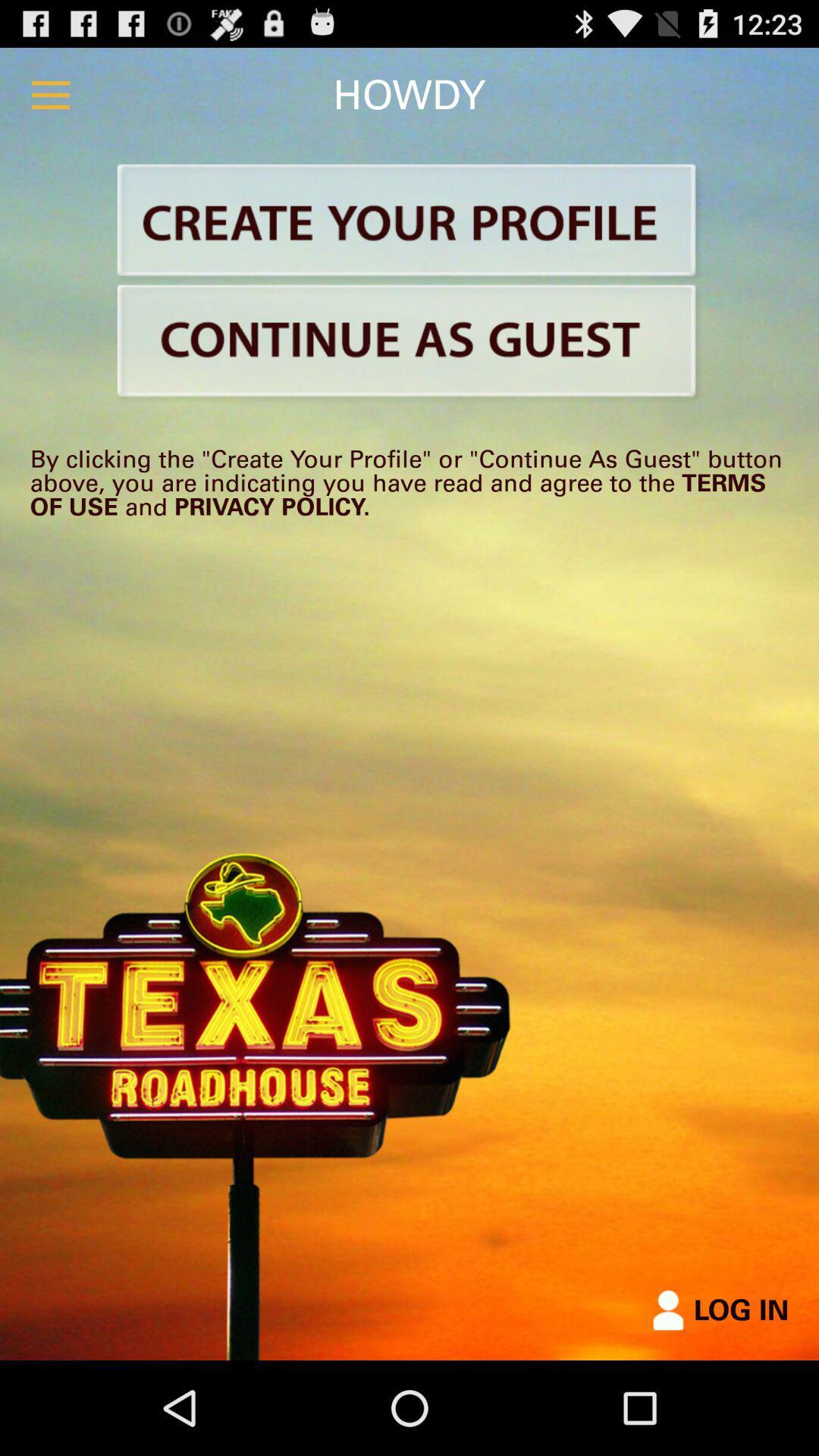 This screenshot has height=1456, width=819. Describe the element at coordinates (409, 222) in the screenshot. I see `profile button` at that location.